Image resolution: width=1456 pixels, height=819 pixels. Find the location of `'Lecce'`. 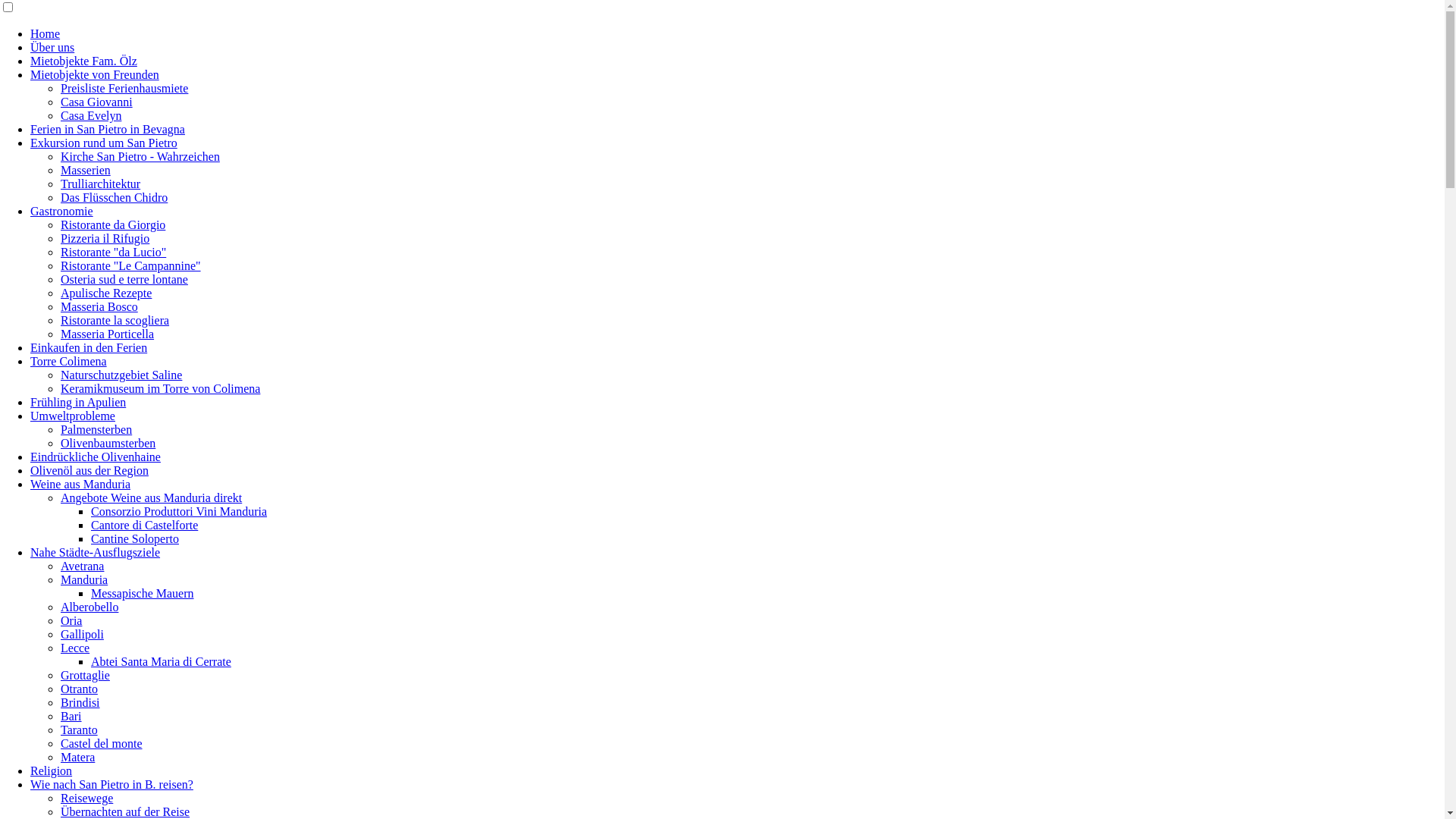

'Lecce' is located at coordinates (74, 648).